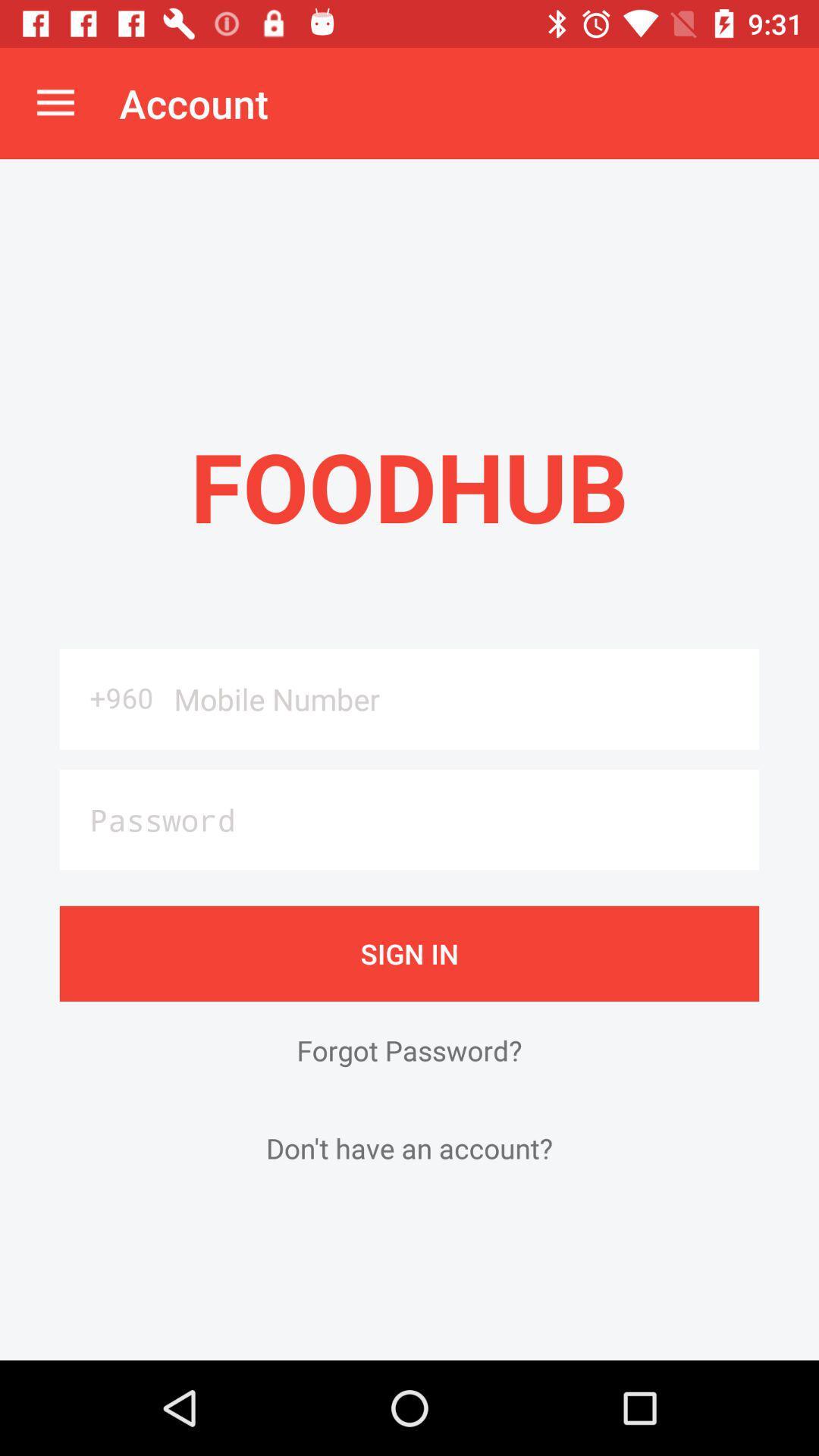  I want to click on phone number entry box, so click(460, 698).